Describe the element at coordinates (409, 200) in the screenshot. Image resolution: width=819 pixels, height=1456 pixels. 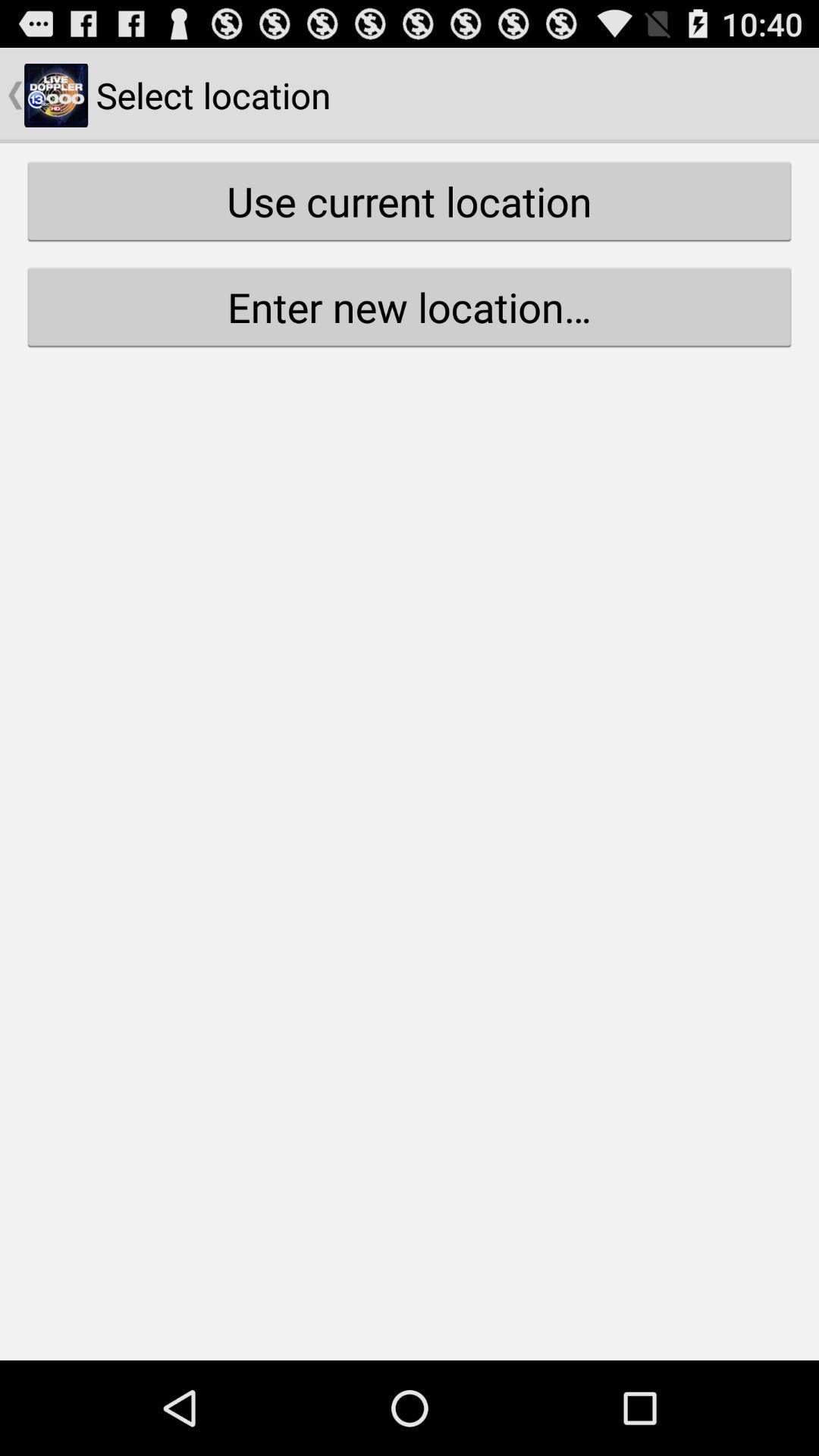
I see `use current location` at that location.